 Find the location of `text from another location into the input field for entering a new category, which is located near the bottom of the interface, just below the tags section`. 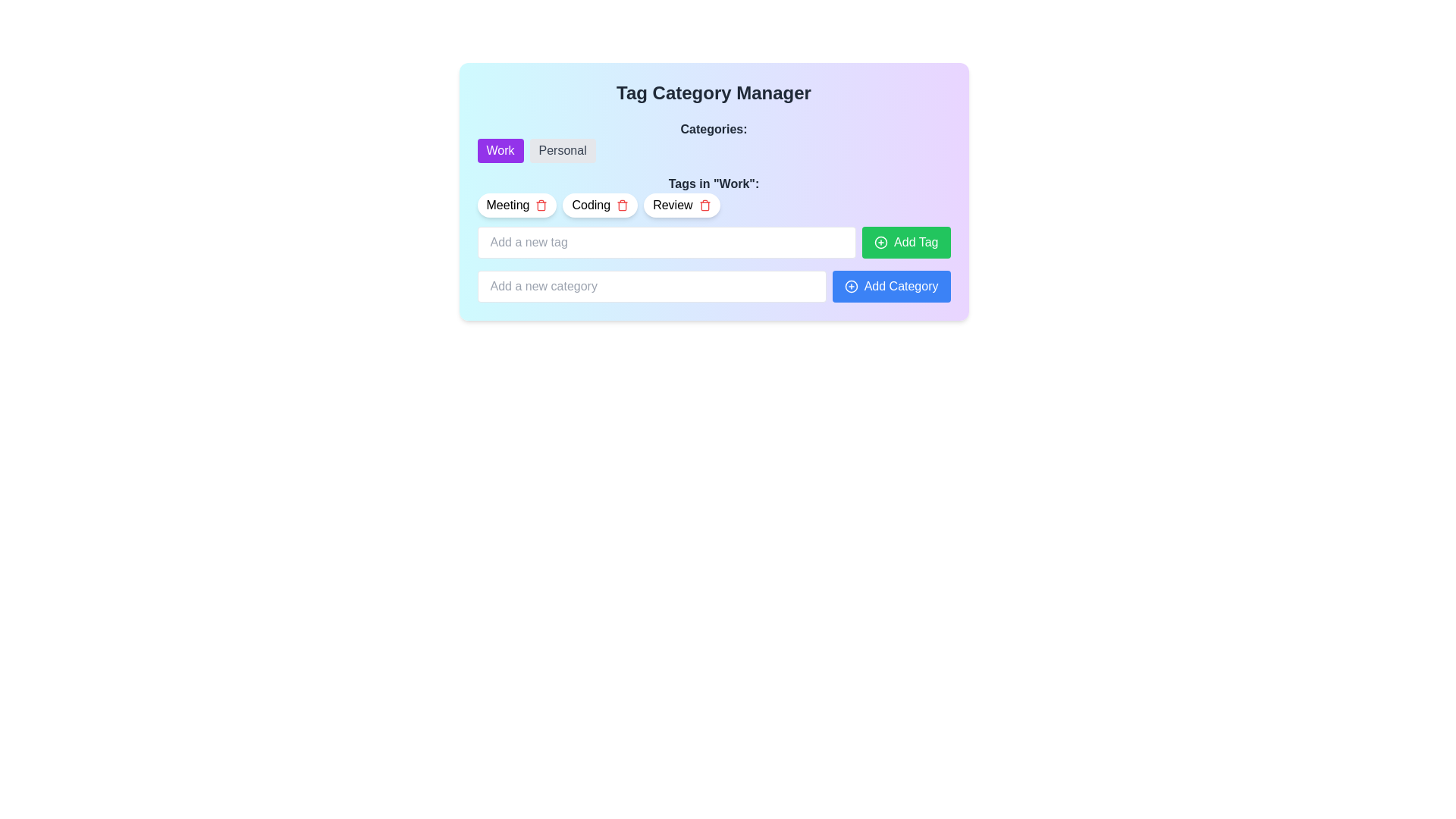

text from another location into the input field for entering a new category, which is located near the bottom of the interface, just below the tags section is located at coordinates (713, 287).